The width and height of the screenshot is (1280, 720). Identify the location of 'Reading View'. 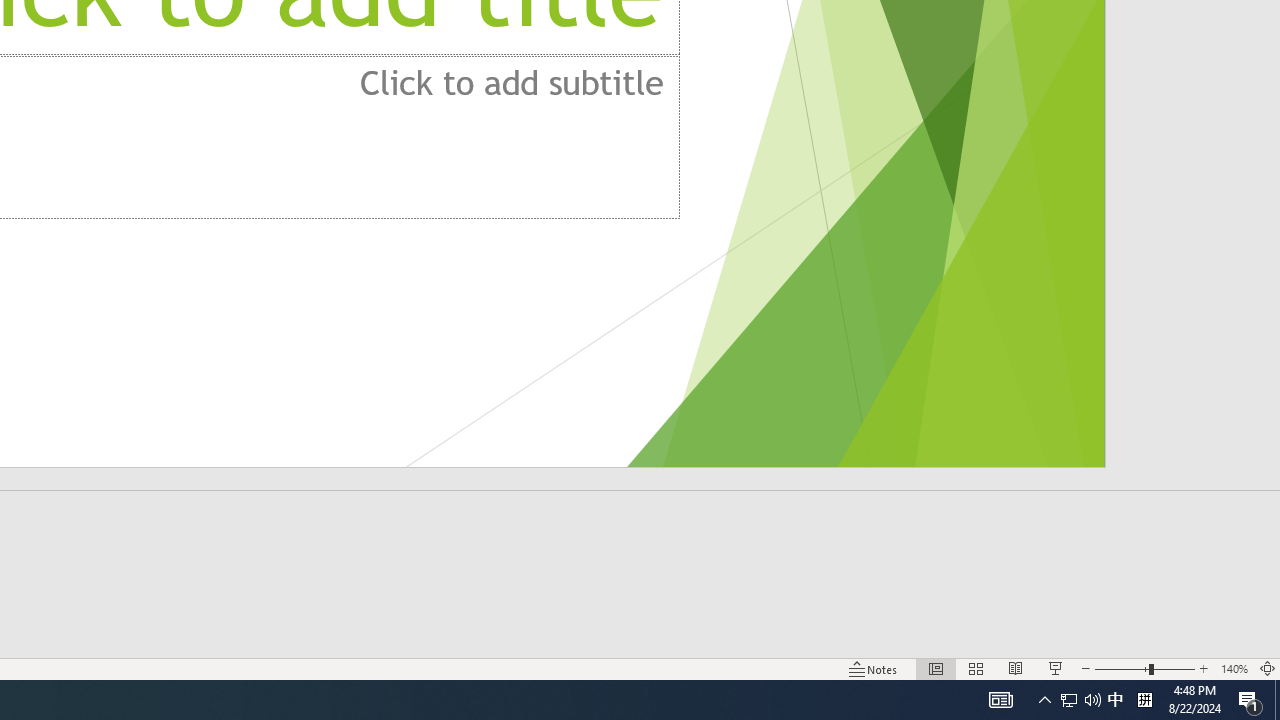
(1015, 669).